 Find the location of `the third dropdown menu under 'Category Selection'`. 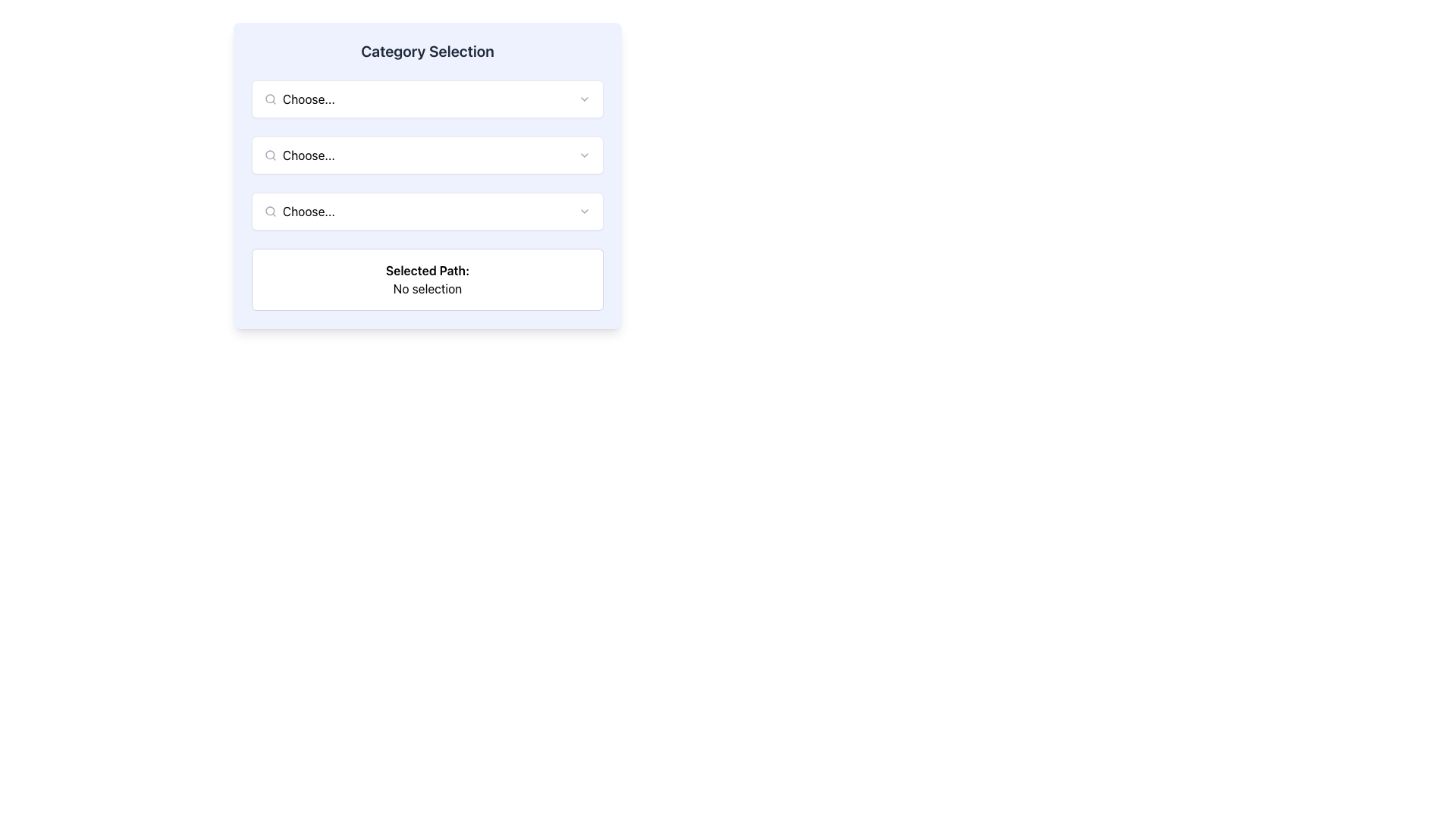

the third dropdown menu under 'Category Selection' is located at coordinates (429, 211).